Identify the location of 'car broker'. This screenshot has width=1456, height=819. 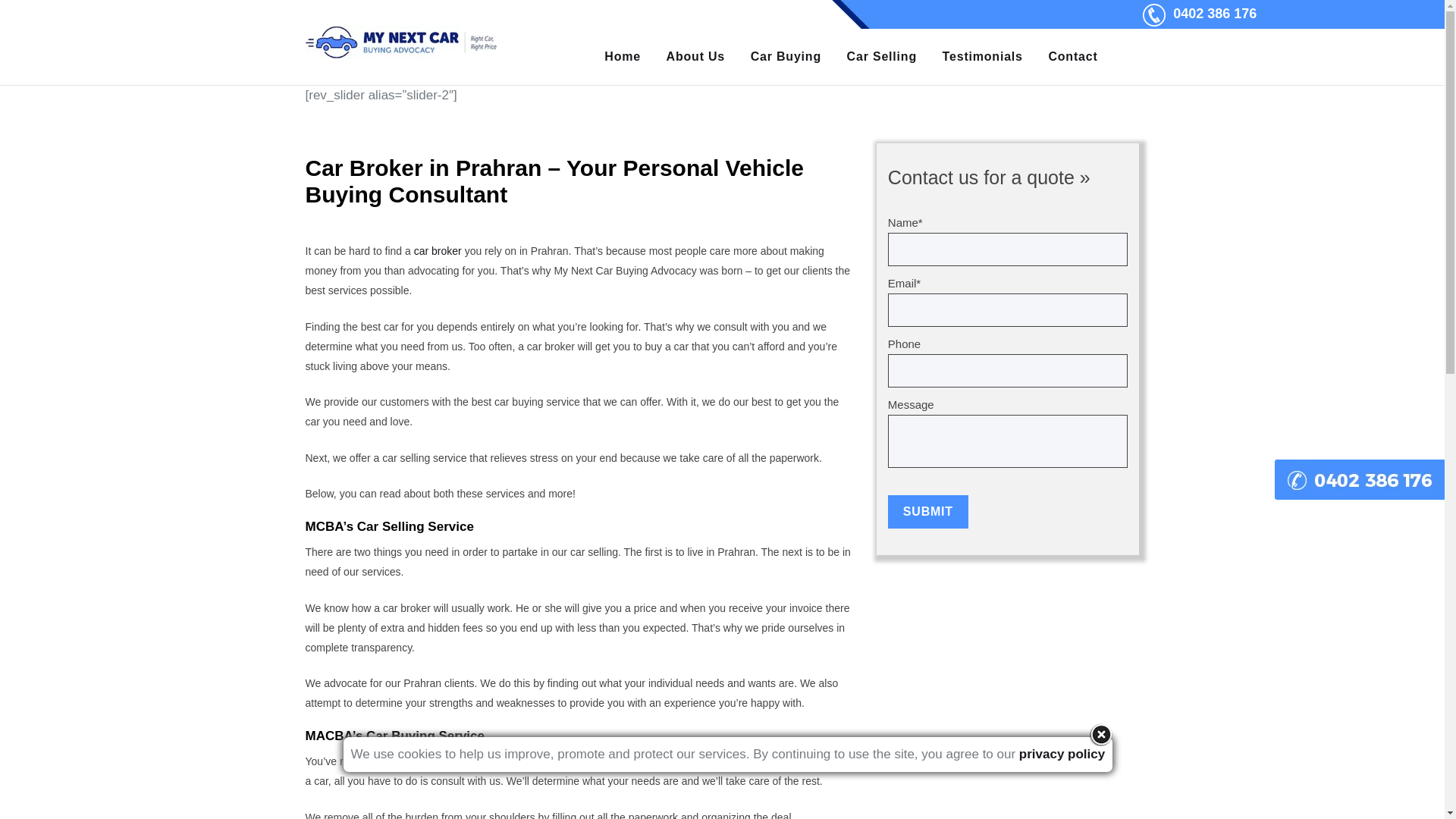
(414, 250).